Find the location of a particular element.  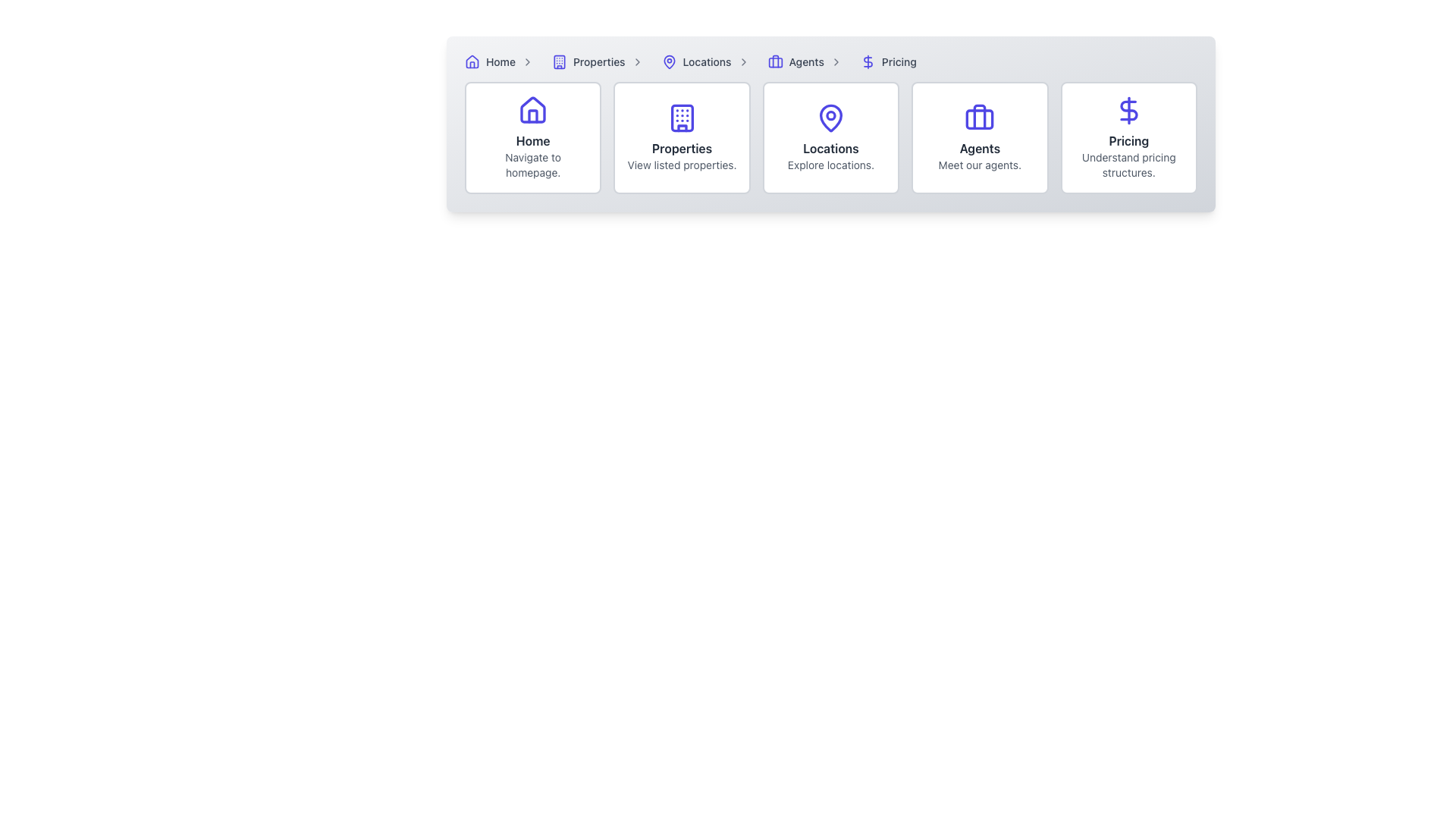

the decorative graphical shape that forms part of the briefcase icon in the 'Agents' card, located in the fourth column of the layout is located at coordinates (980, 118).